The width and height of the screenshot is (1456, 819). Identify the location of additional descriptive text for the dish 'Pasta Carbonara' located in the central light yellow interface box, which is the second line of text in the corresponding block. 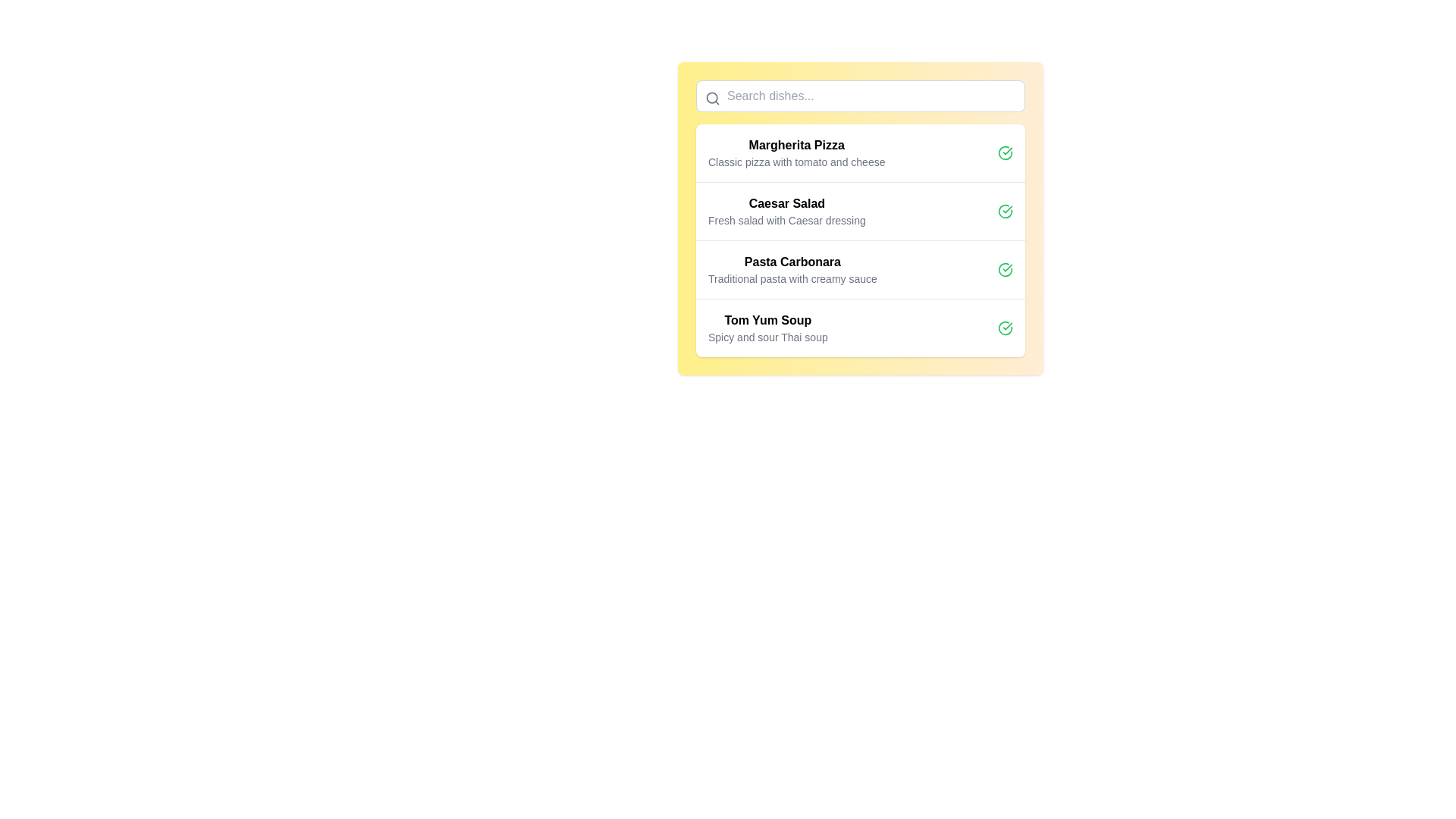
(792, 278).